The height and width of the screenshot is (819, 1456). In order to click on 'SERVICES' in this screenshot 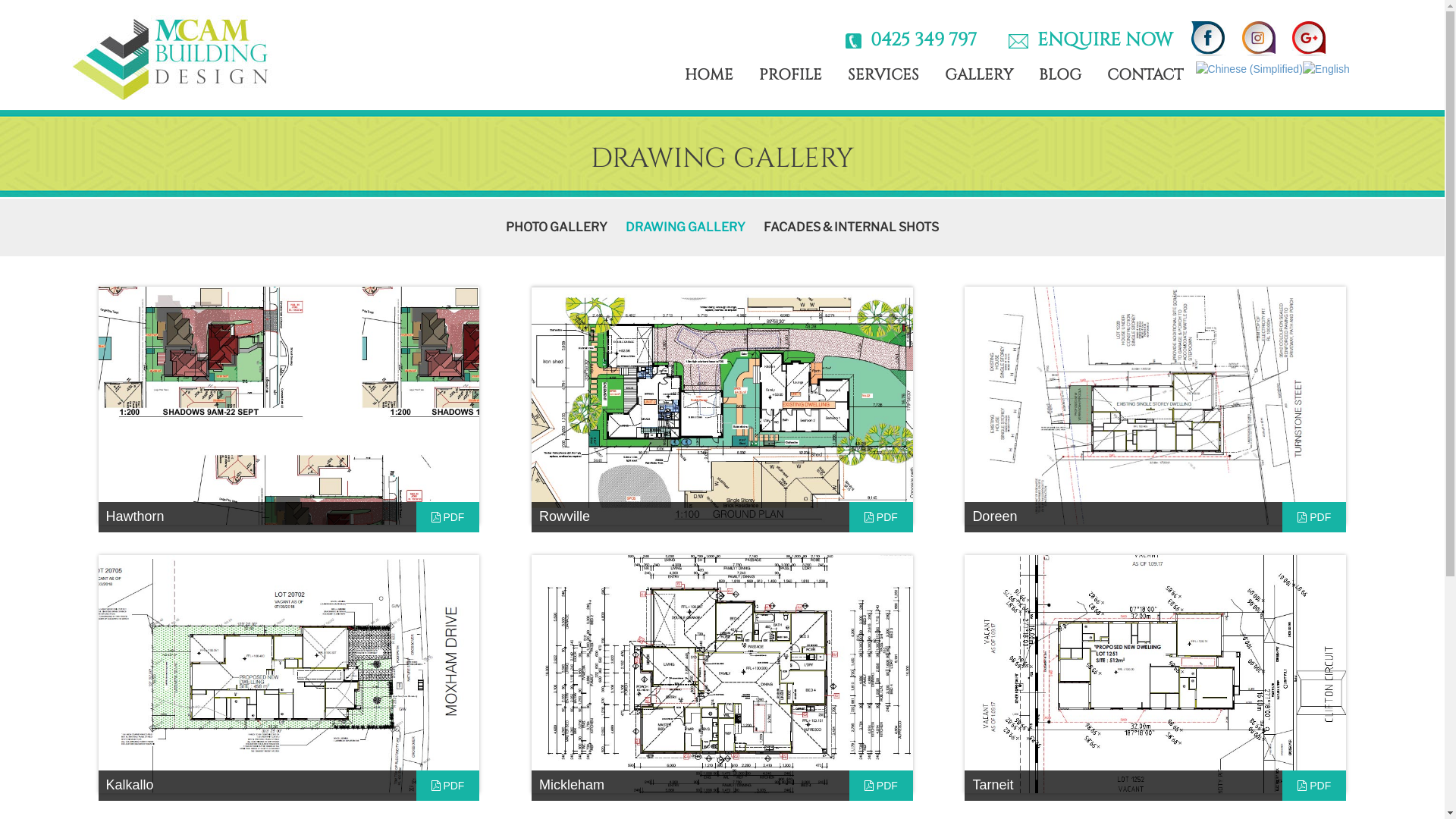, I will do `click(883, 75)`.